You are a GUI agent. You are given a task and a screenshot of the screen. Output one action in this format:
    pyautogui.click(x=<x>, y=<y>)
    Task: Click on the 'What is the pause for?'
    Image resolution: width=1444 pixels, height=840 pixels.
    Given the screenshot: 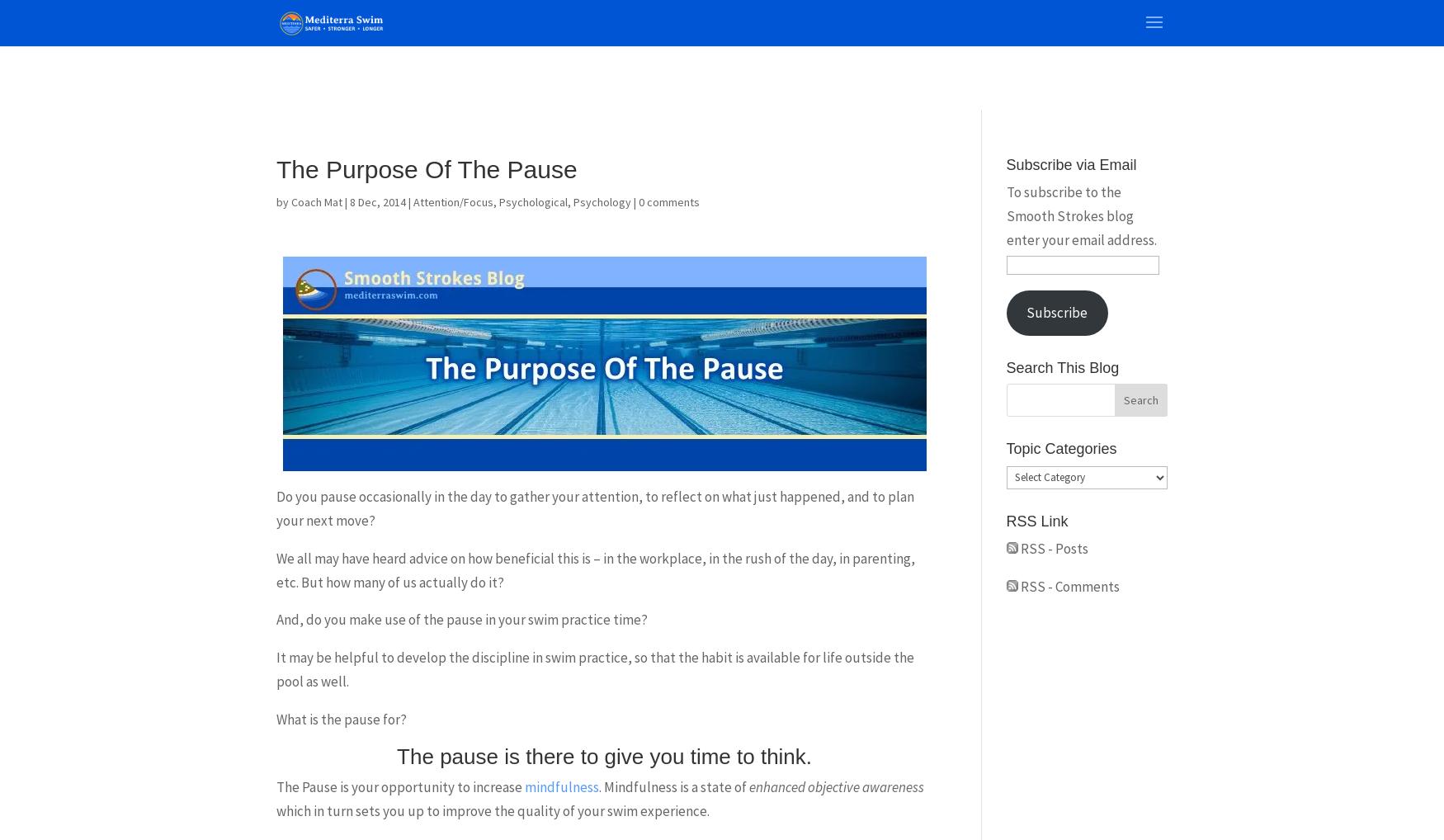 What is the action you would take?
    pyautogui.click(x=341, y=720)
    